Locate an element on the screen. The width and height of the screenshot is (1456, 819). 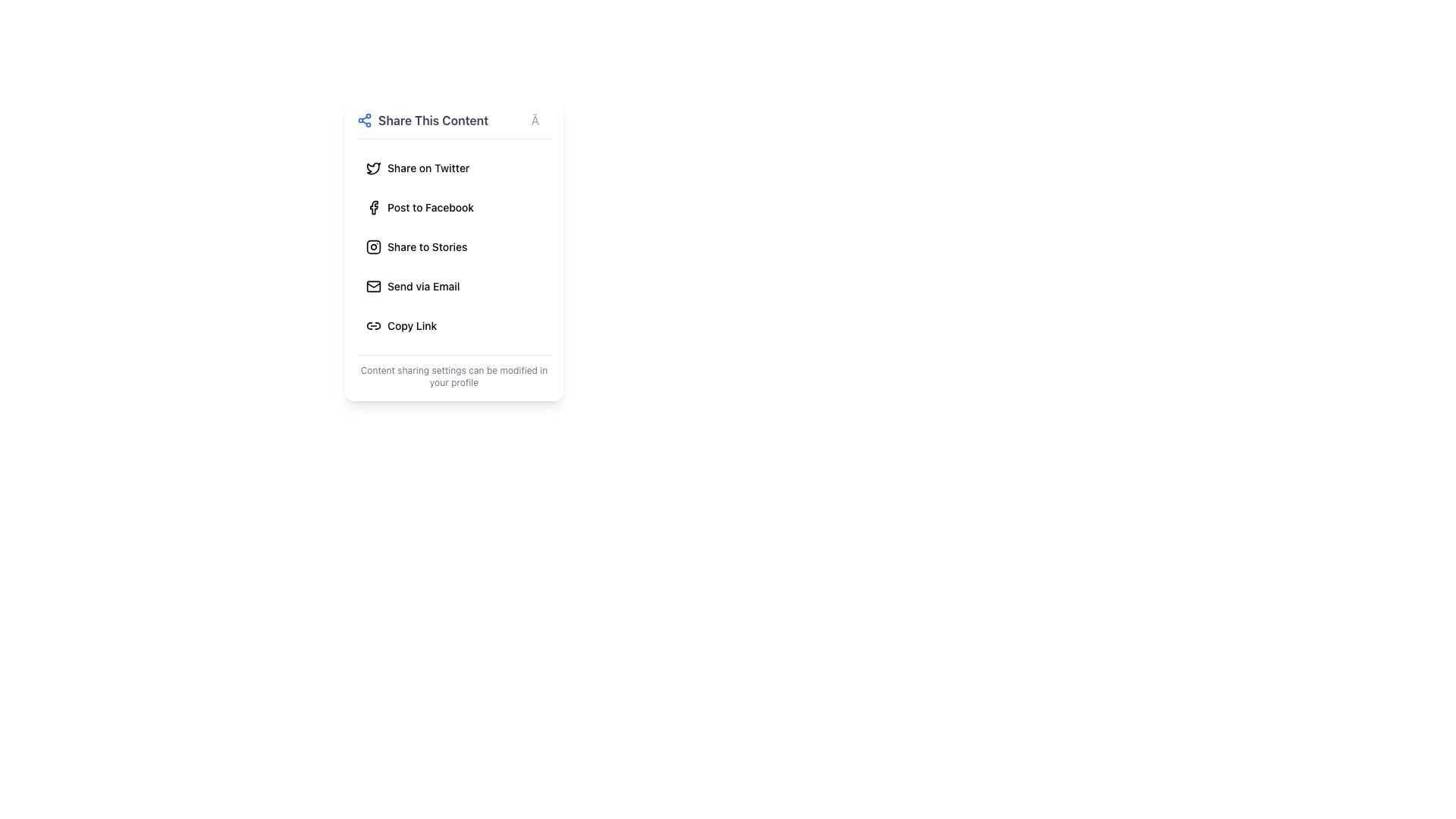
text of the Text Label that indicates the sharing option, located at the bottom of the 'Share This Content' section, to the right of the link icon is located at coordinates (412, 325).